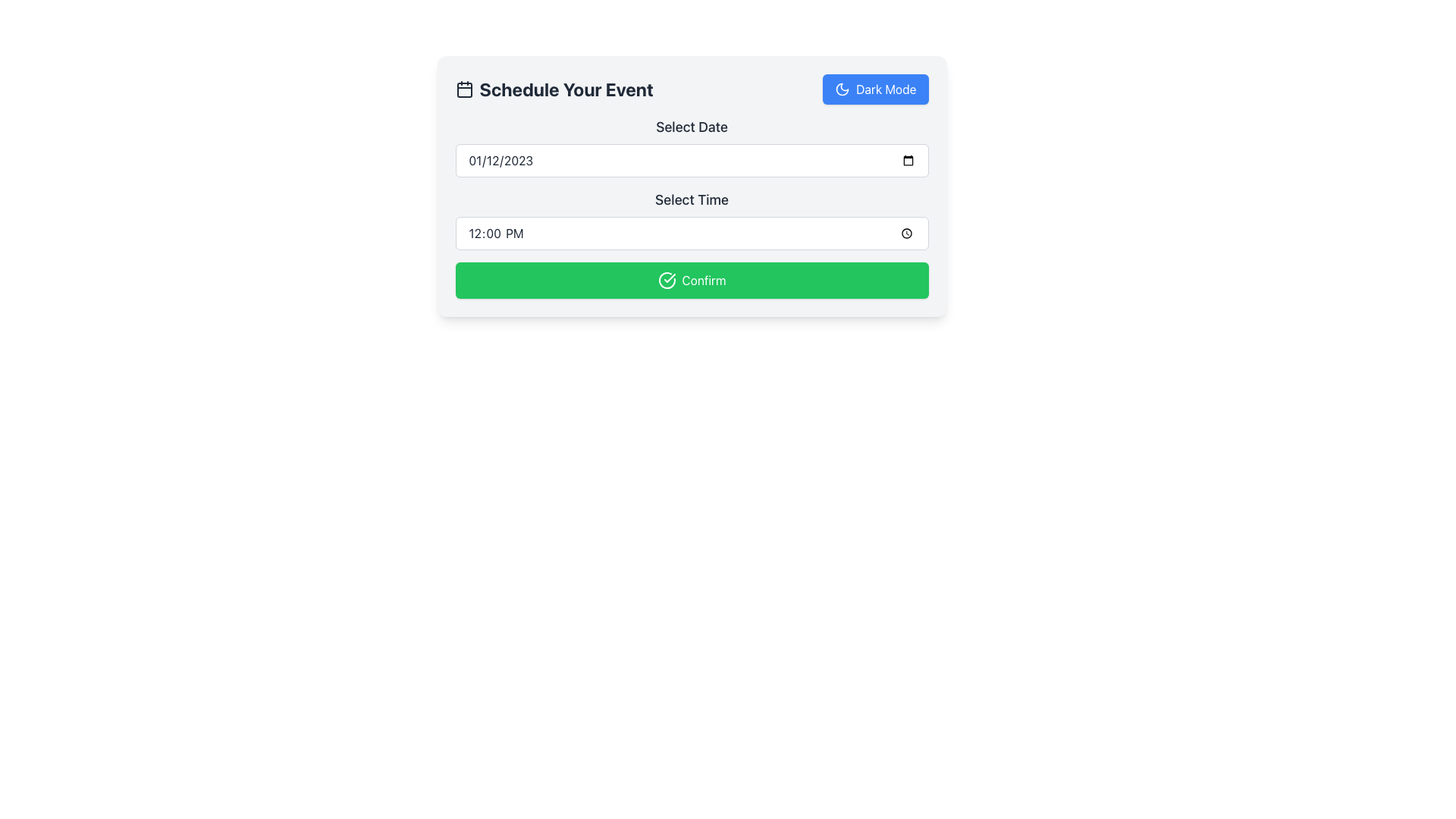 This screenshot has height=819, width=1456. Describe the element at coordinates (691, 146) in the screenshot. I see `the Date Selection Input Field located below the title 'Schedule Your Event'` at that location.